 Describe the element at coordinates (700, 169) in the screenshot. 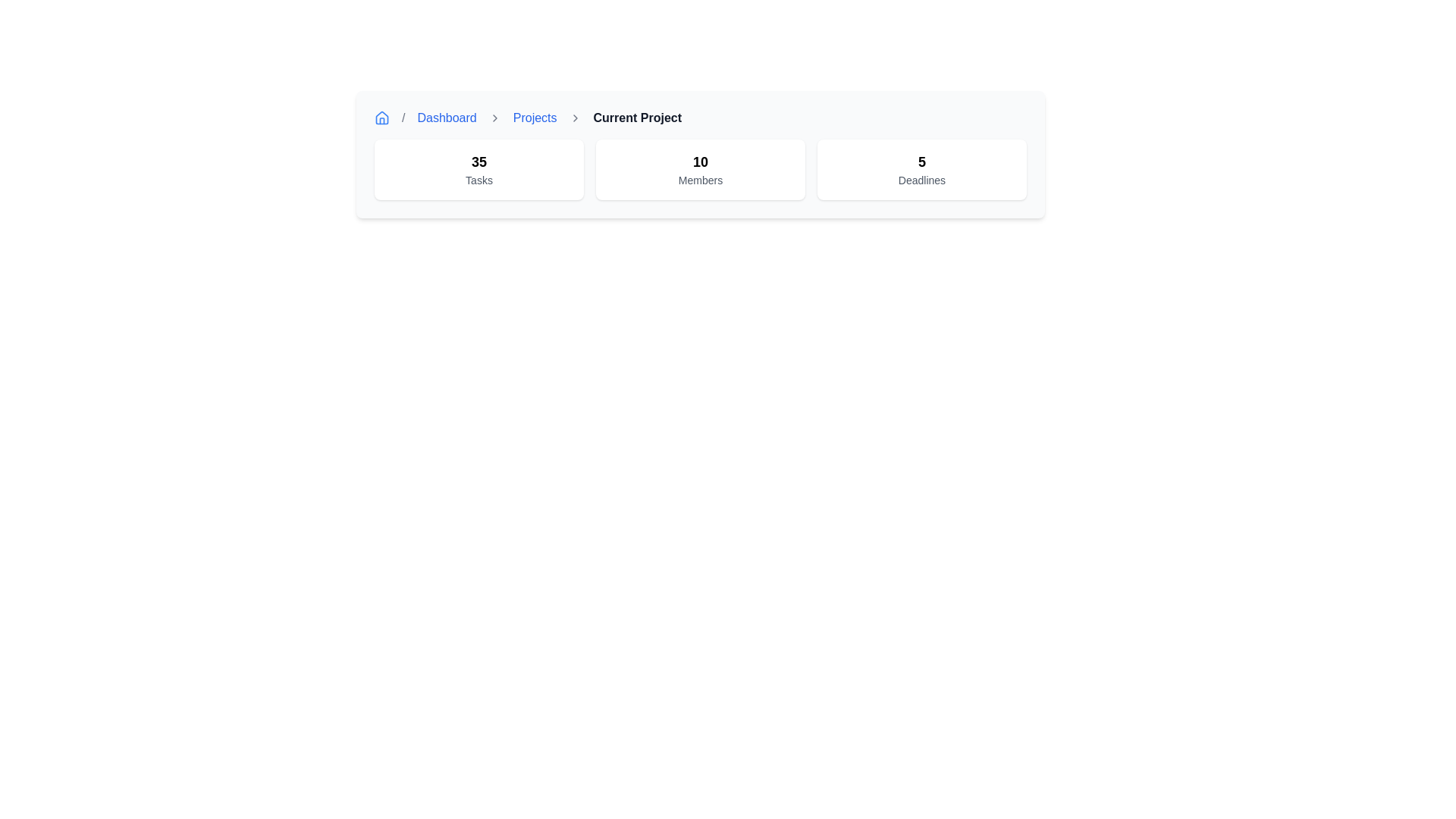

I see `displayed information from the informational box that summarizes the number of members associated with the project, located in the center column of the grid layout` at that location.